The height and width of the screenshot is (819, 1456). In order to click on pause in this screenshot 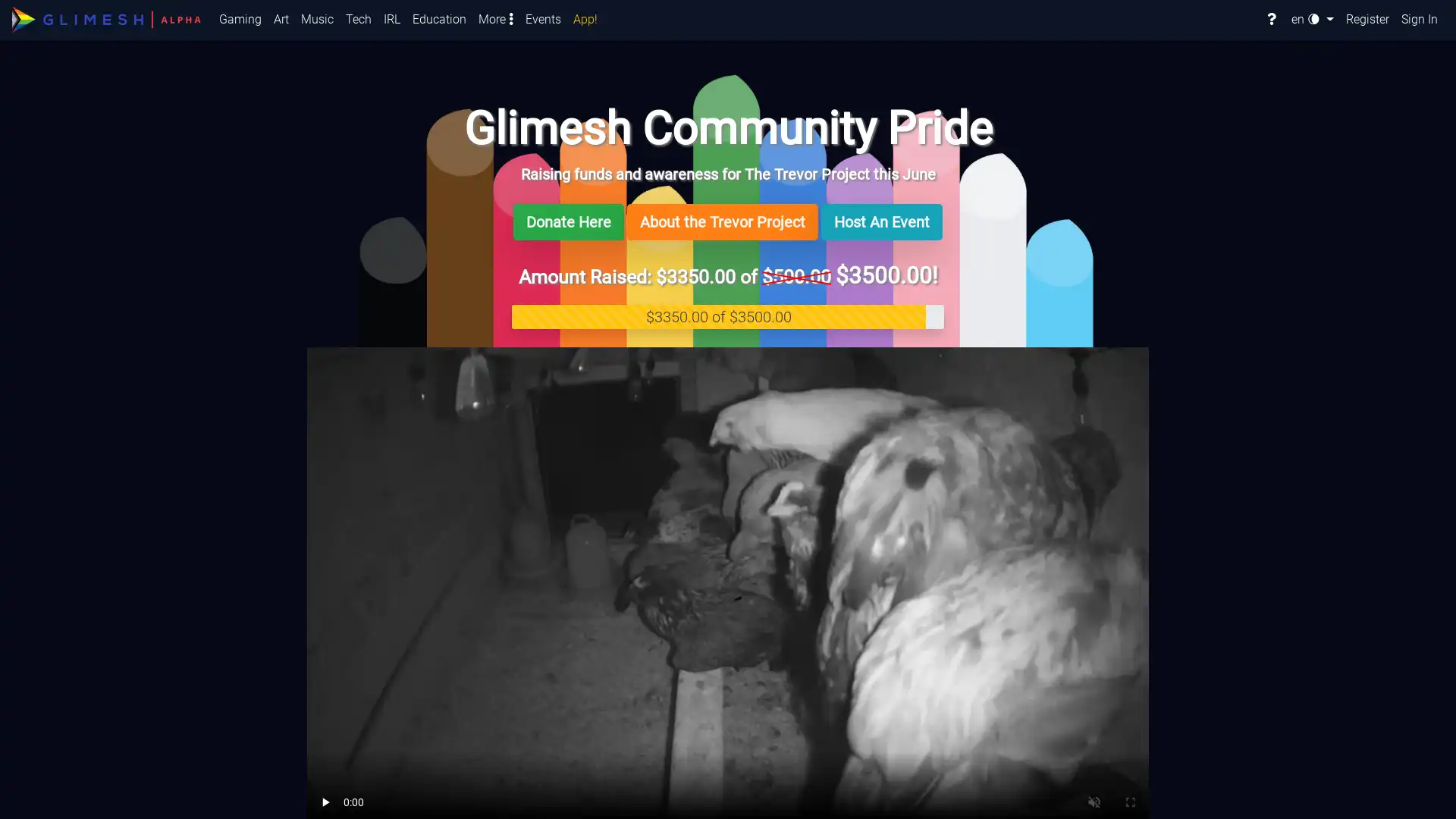, I will do `click(326, 799)`.